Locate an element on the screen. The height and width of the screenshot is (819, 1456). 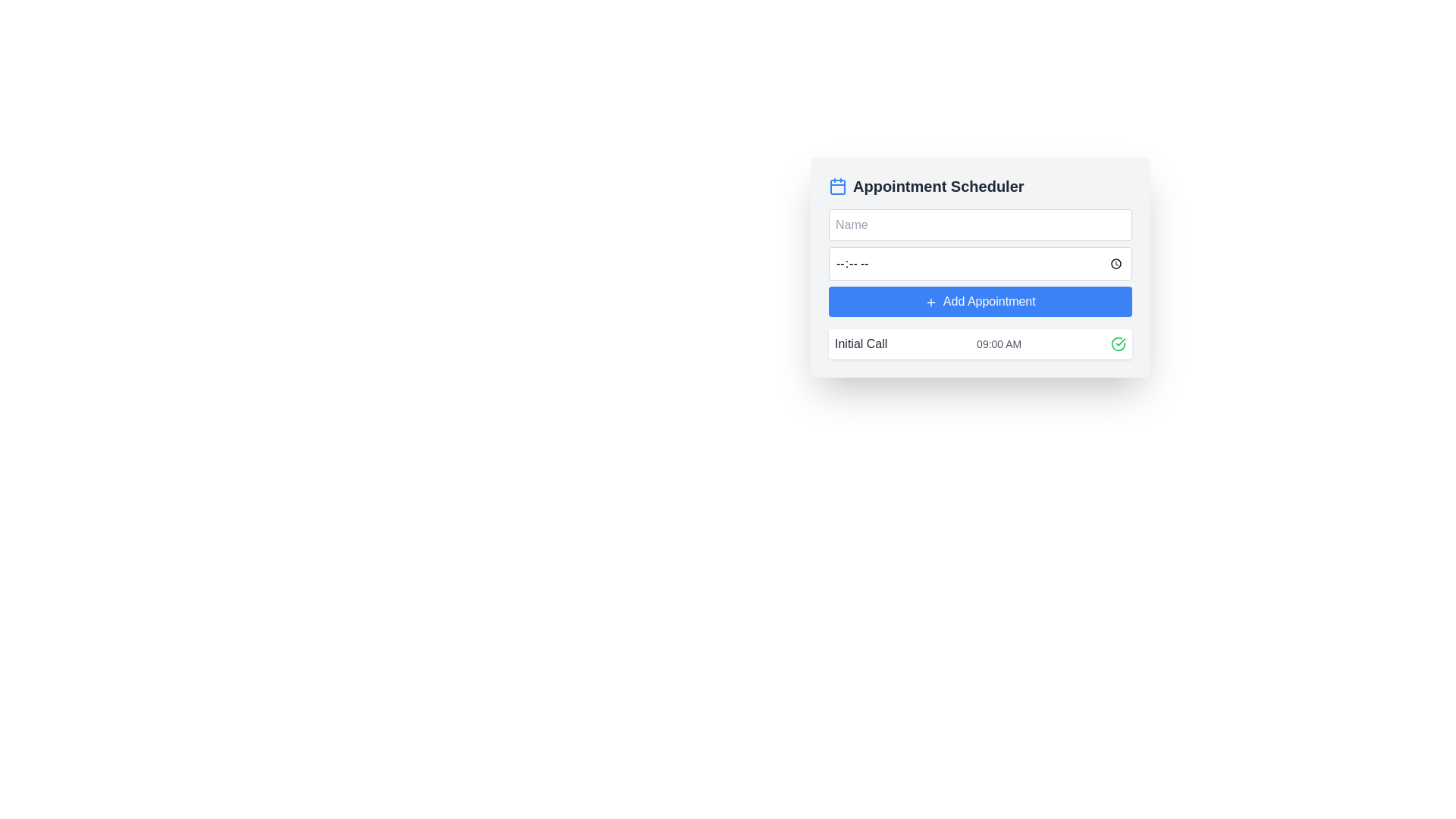
green circular icon with a checkmark, located at the far-right side of the 'Initial Call' event card, to understand its functionality is located at coordinates (1118, 344).